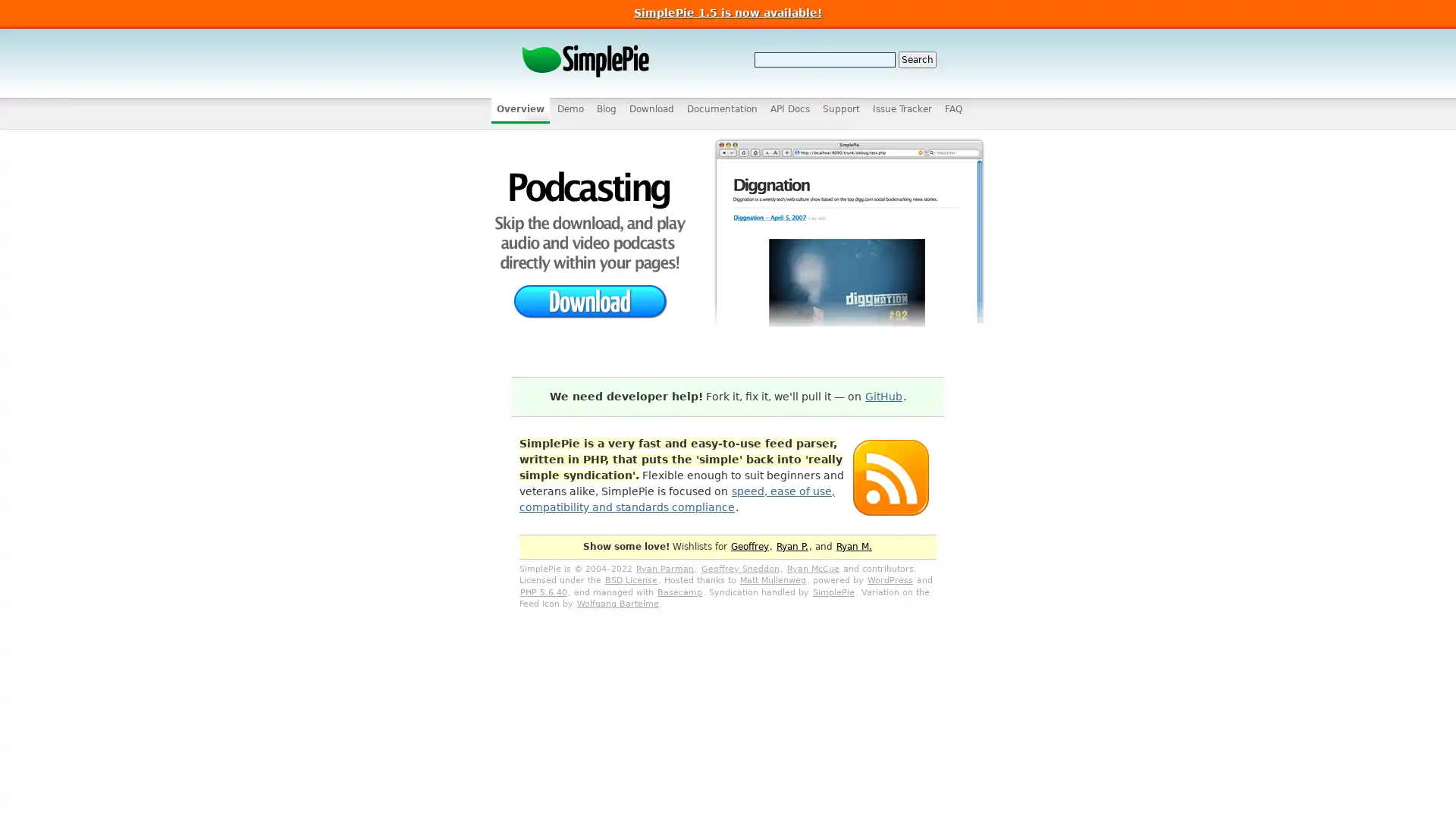  What do you see at coordinates (916, 58) in the screenshot?
I see `Search` at bounding box center [916, 58].